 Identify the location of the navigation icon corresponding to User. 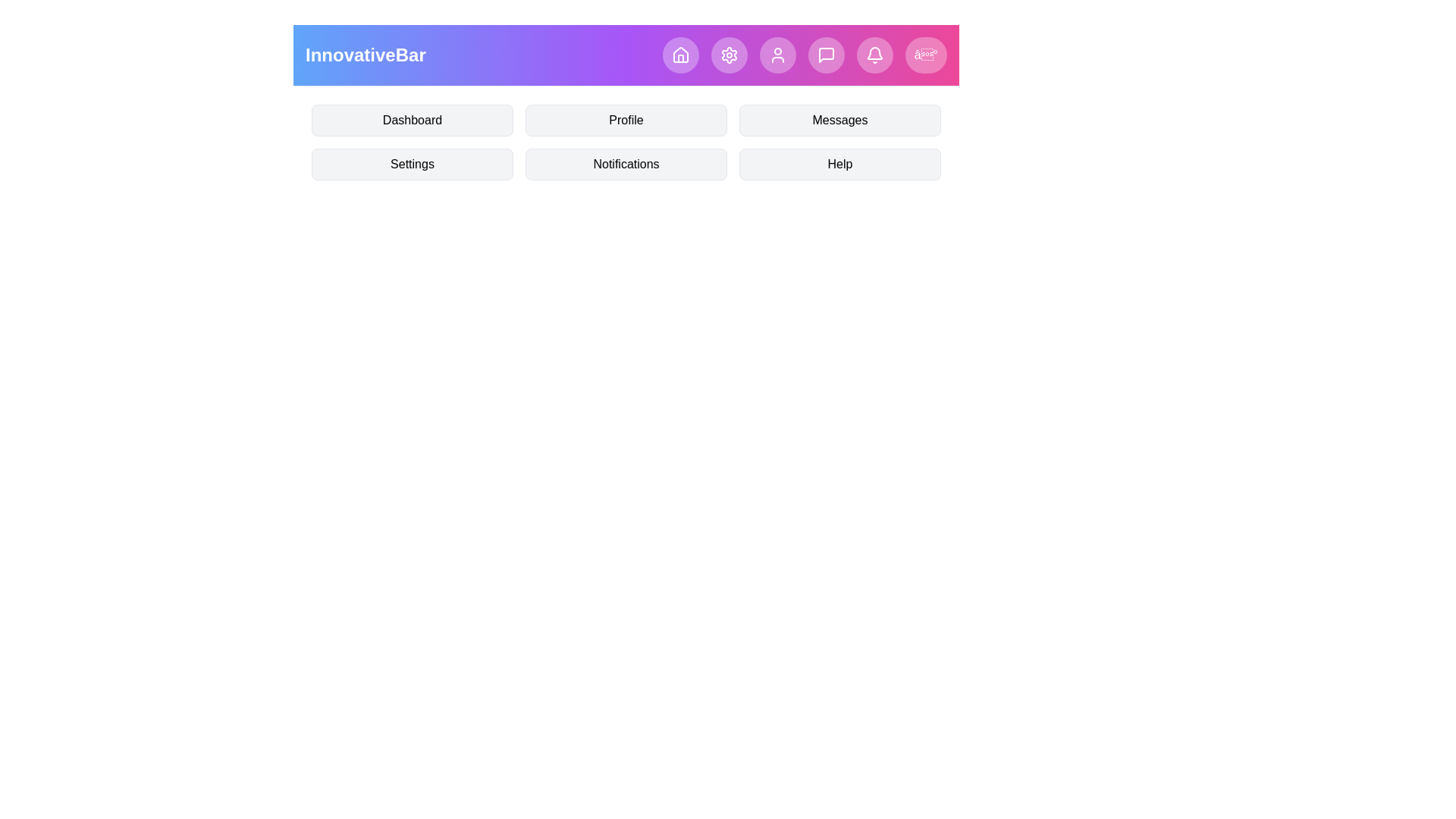
(777, 55).